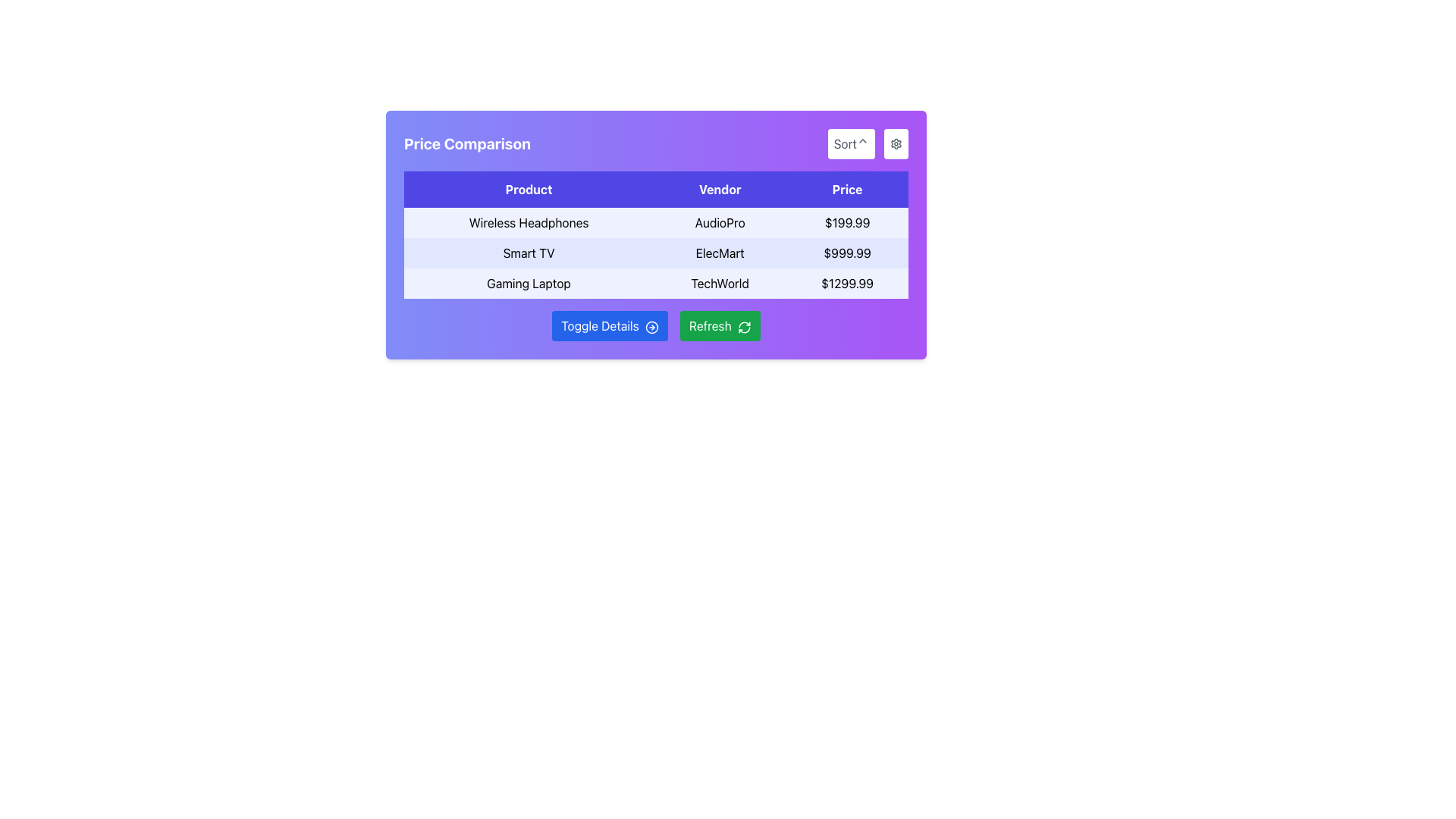 The height and width of the screenshot is (819, 1456). Describe the element at coordinates (896, 143) in the screenshot. I see `the settings icon located within the 'Settings' button at the top right corner of the interface` at that location.